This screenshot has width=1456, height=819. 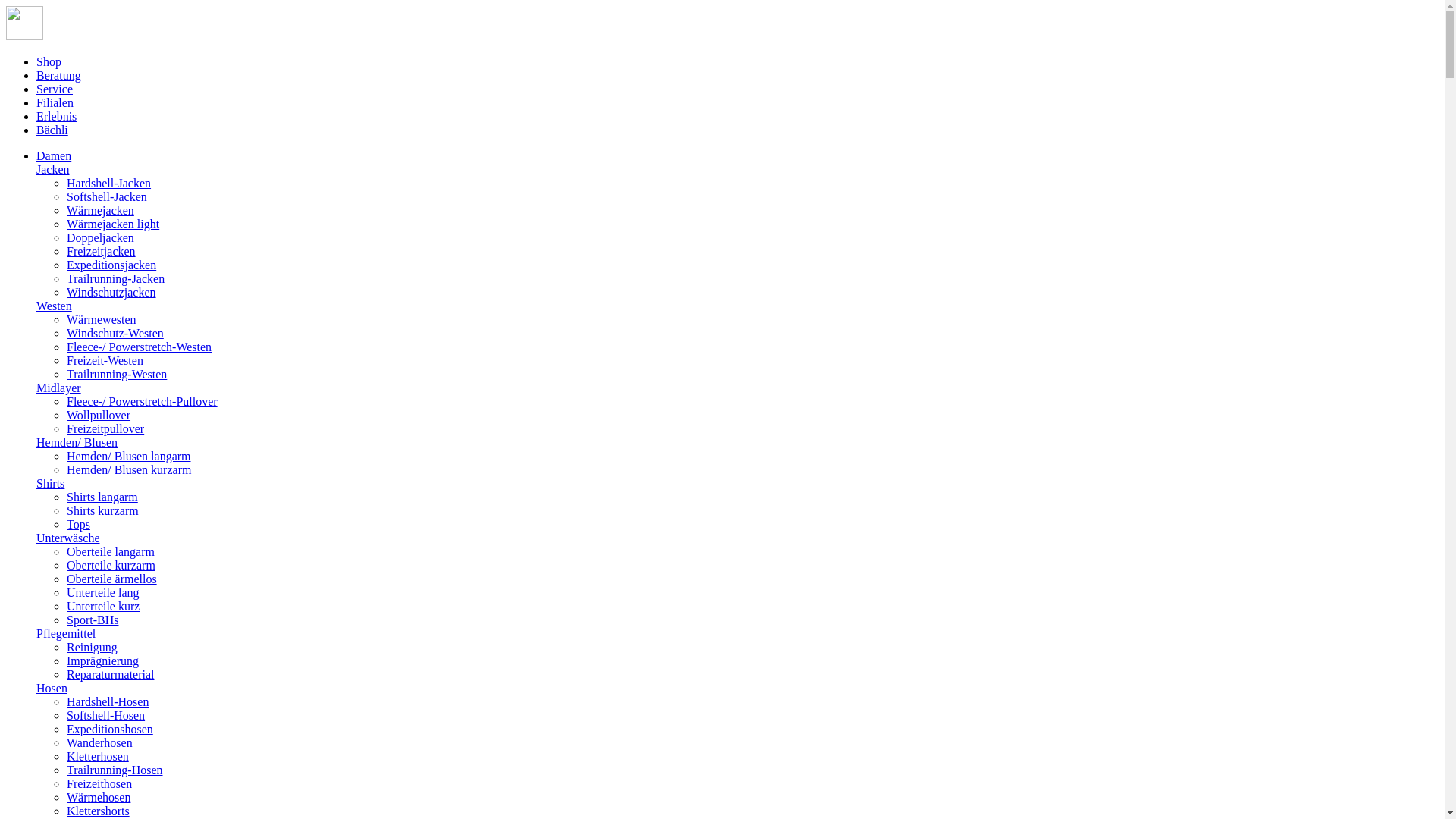 What do you see at coordinates (98, 783) in the screenshot?
I see `'Freizeithosen'` at bounding box center [98, 783].